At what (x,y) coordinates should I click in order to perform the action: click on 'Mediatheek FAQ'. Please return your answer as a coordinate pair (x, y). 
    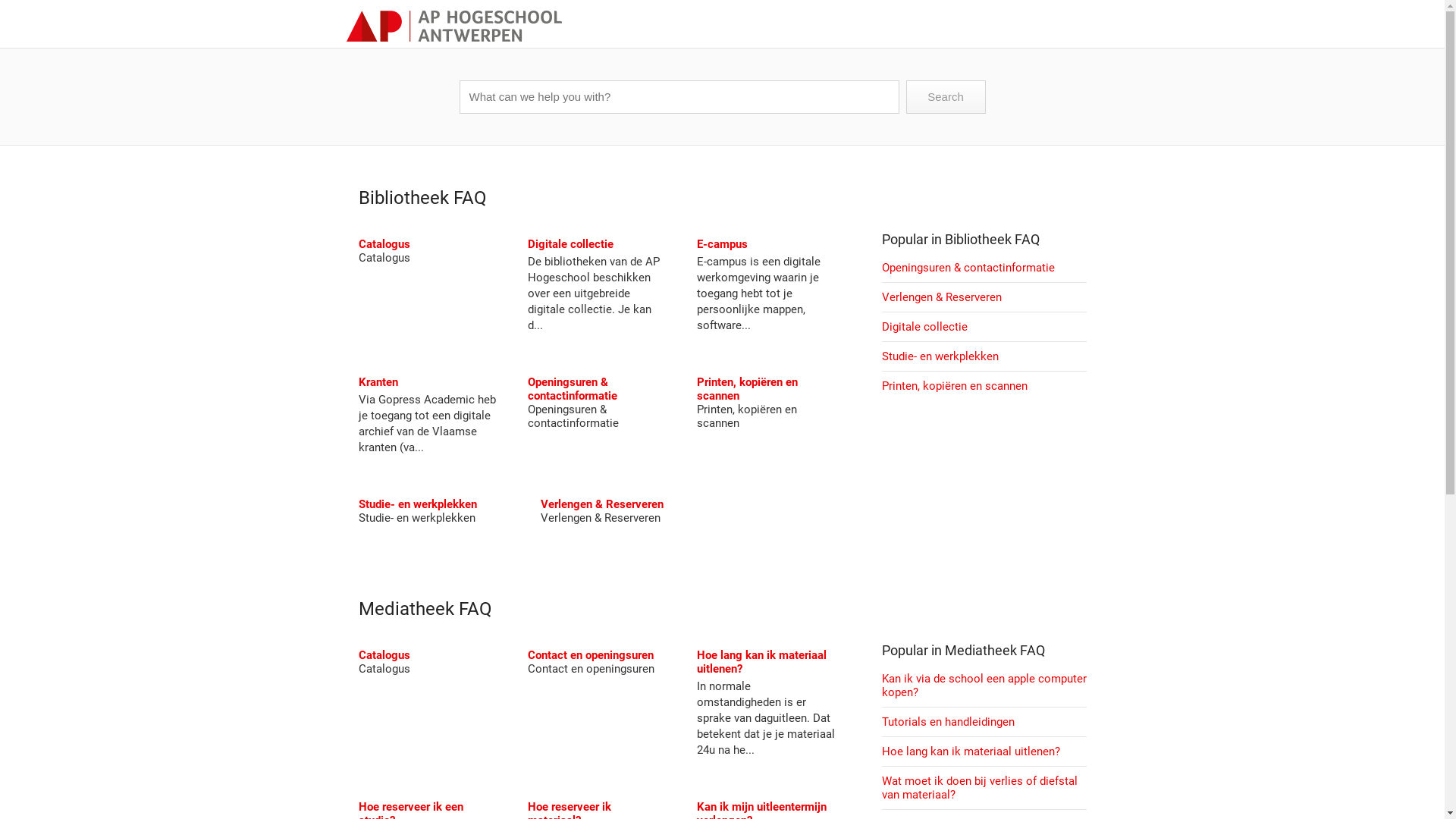
    Looking at the image, I should click on (356, 607).